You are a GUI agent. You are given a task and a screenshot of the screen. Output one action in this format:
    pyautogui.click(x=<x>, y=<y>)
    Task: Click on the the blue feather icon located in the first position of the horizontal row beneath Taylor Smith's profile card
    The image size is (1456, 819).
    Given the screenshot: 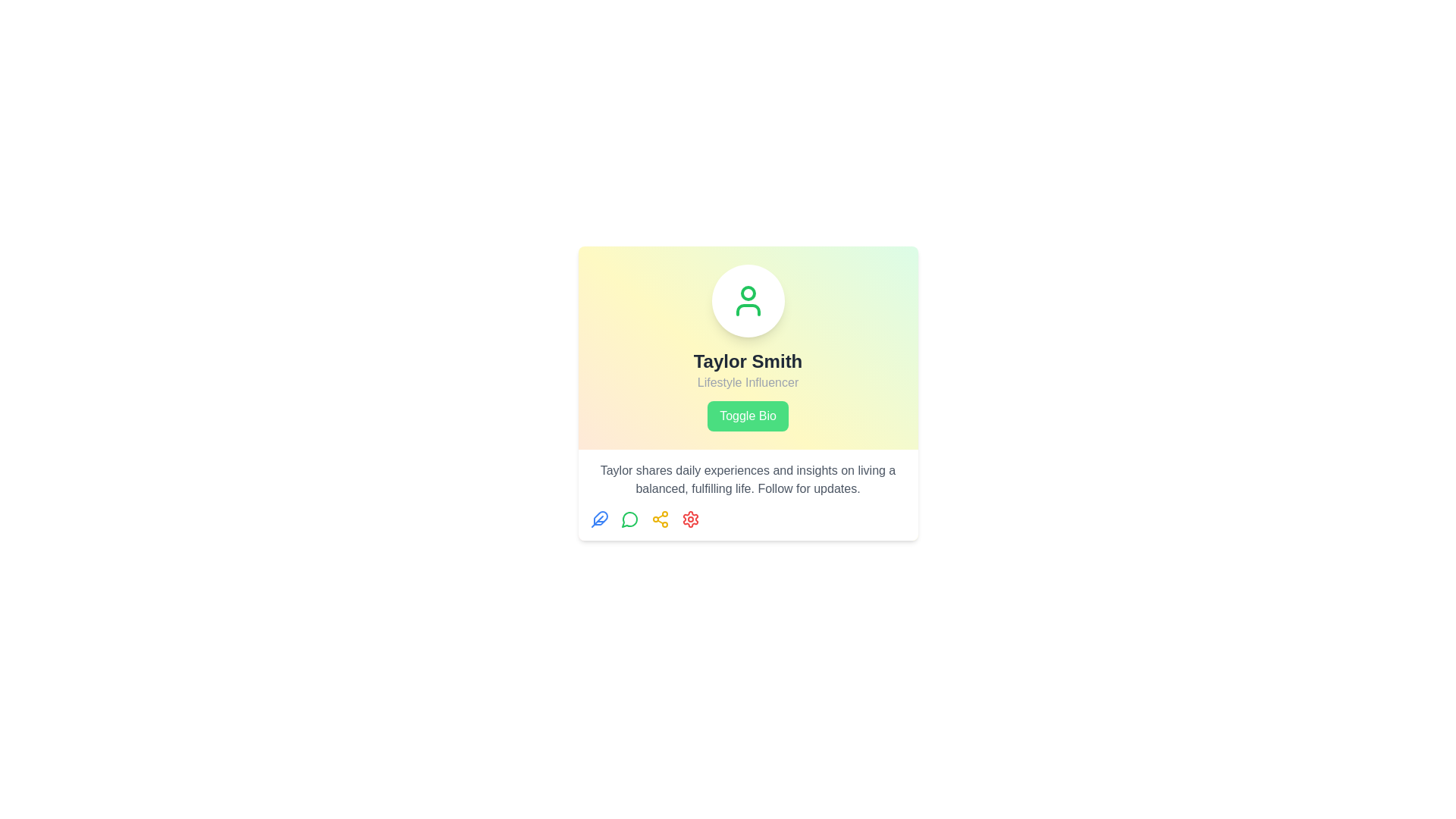 What is the action you would take?
    pyautogui.click(x=598, y=519)
    